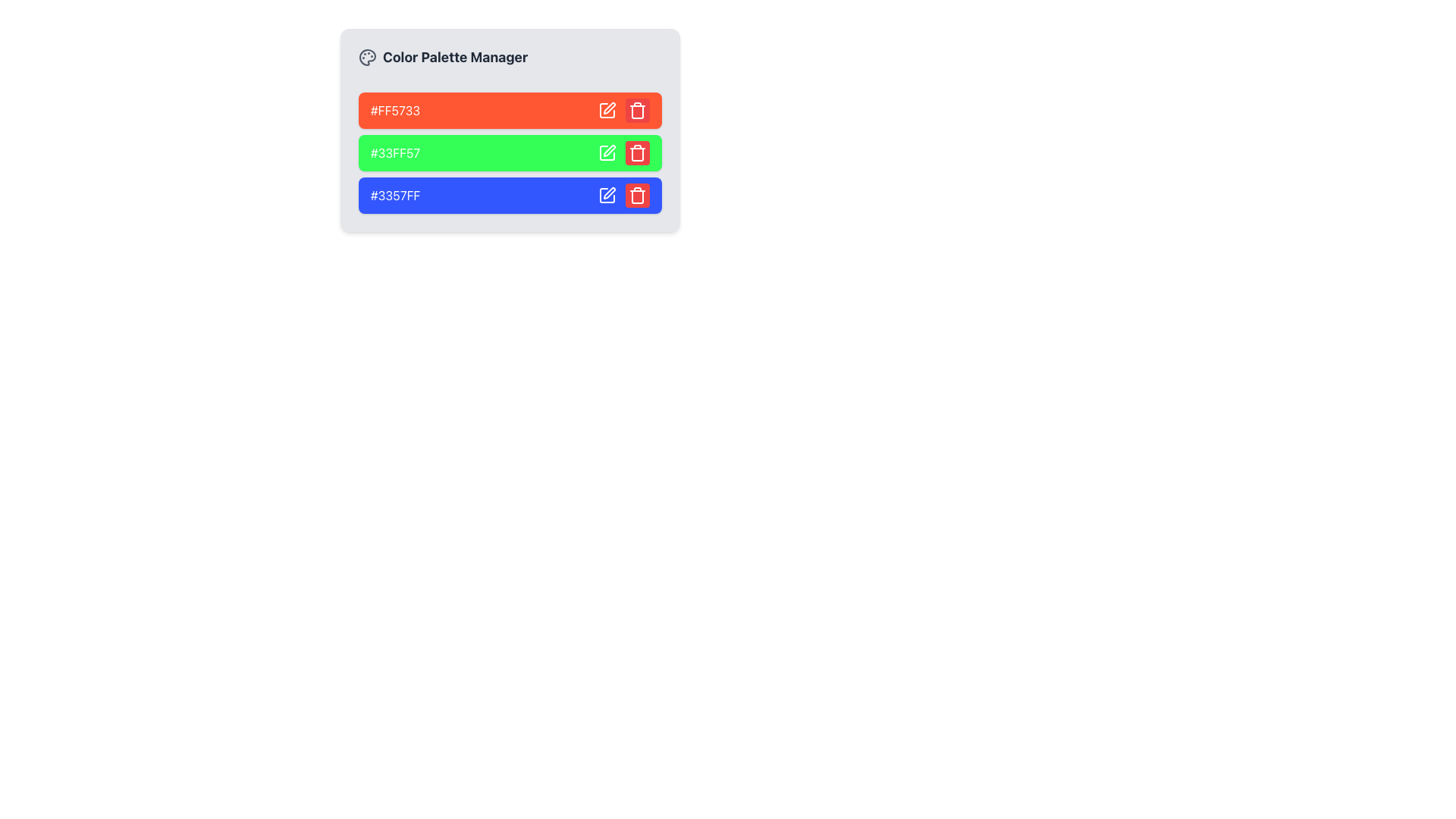 The height and width of the screenshot is (819, 1456). Describe the element at coordinates (637, 152) in the screenshot. I see `the delete button with a trash icon, which is the rightmost icon adjacent to the green row labeled '#33FF57' to observe its hover effects` at that location.